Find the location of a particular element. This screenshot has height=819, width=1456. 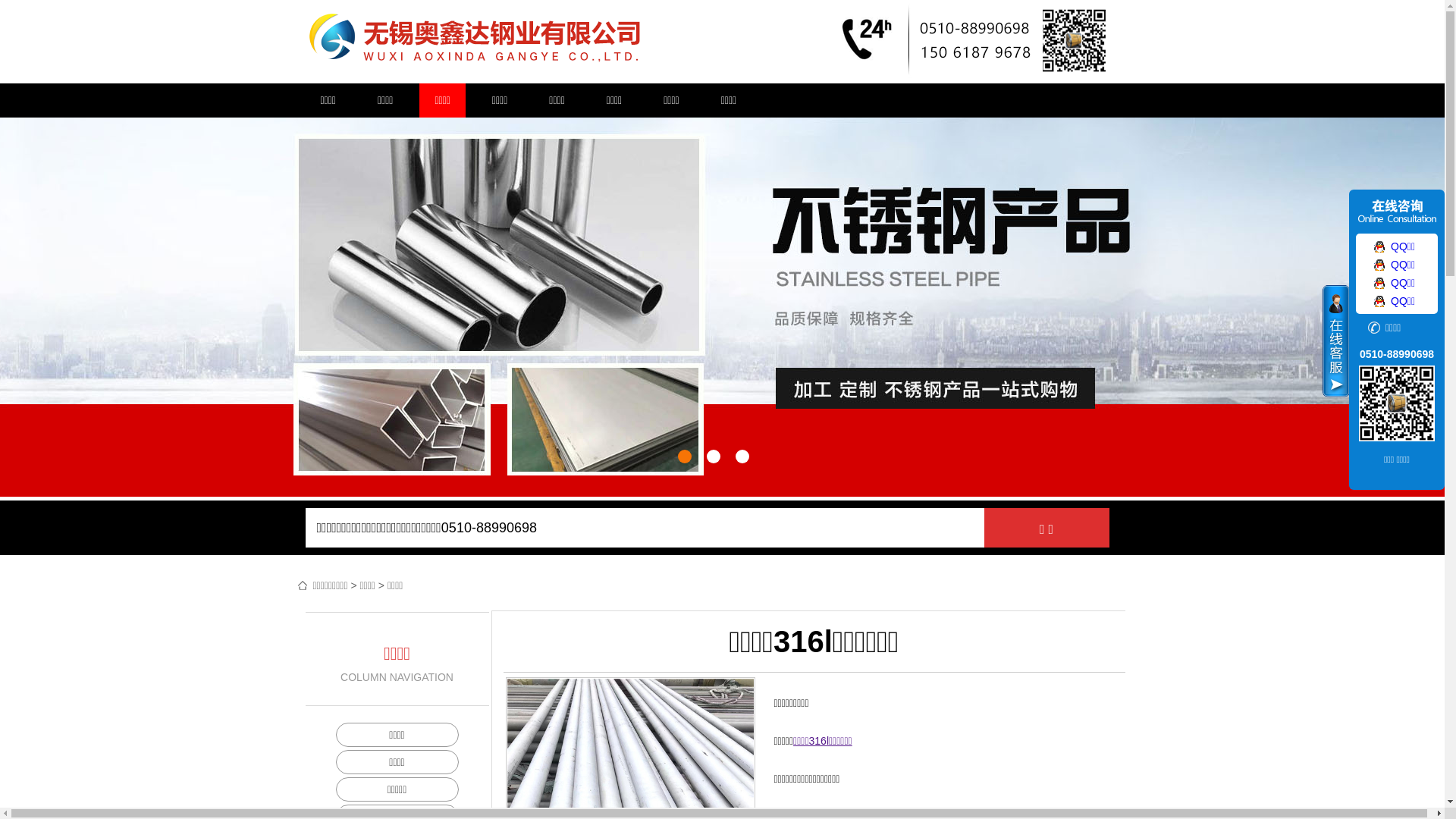

'3' is located at coordinates (735, 455).